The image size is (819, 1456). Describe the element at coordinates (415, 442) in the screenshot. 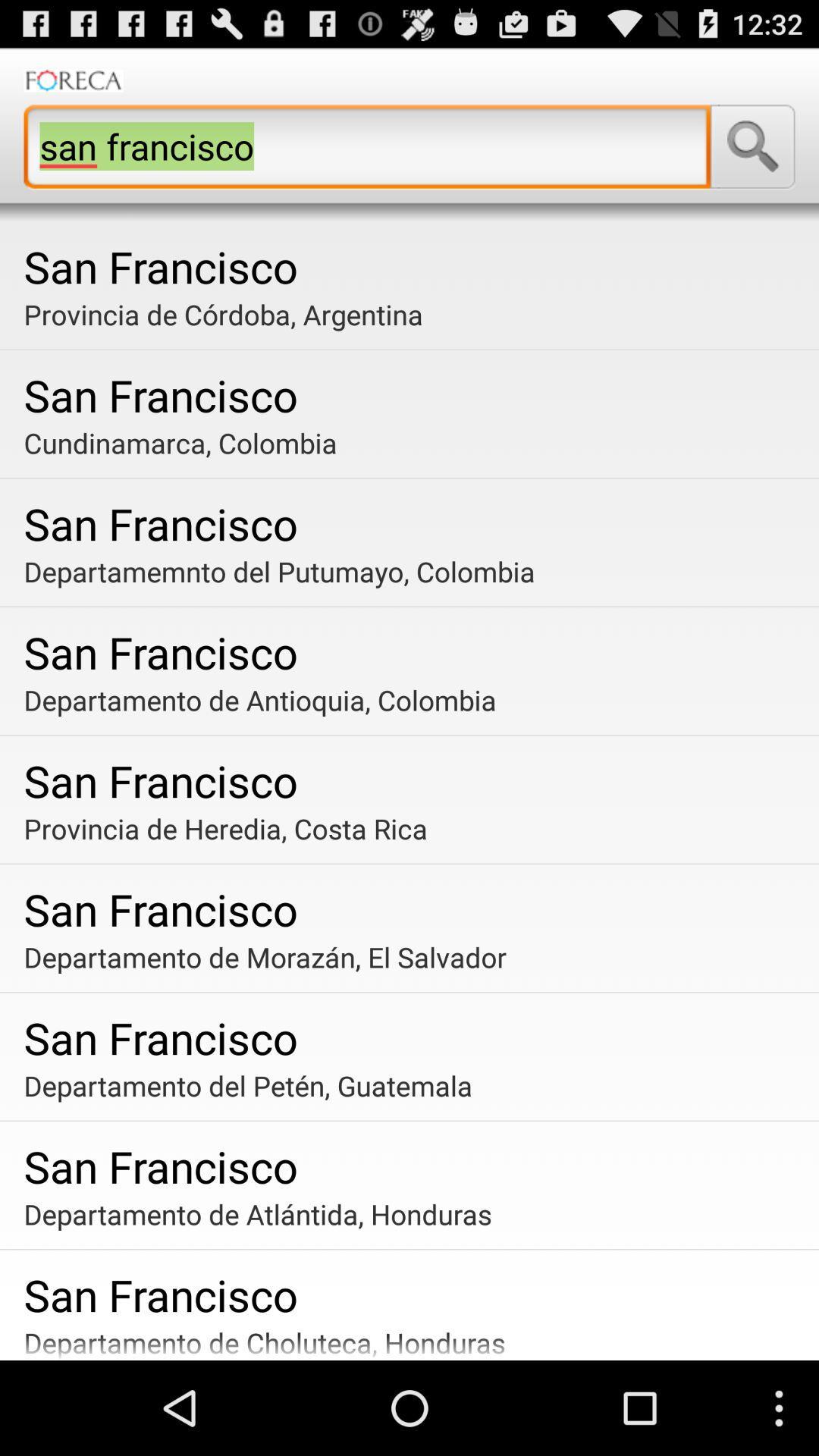

I see `the cundinamarca, colombia` at that location.